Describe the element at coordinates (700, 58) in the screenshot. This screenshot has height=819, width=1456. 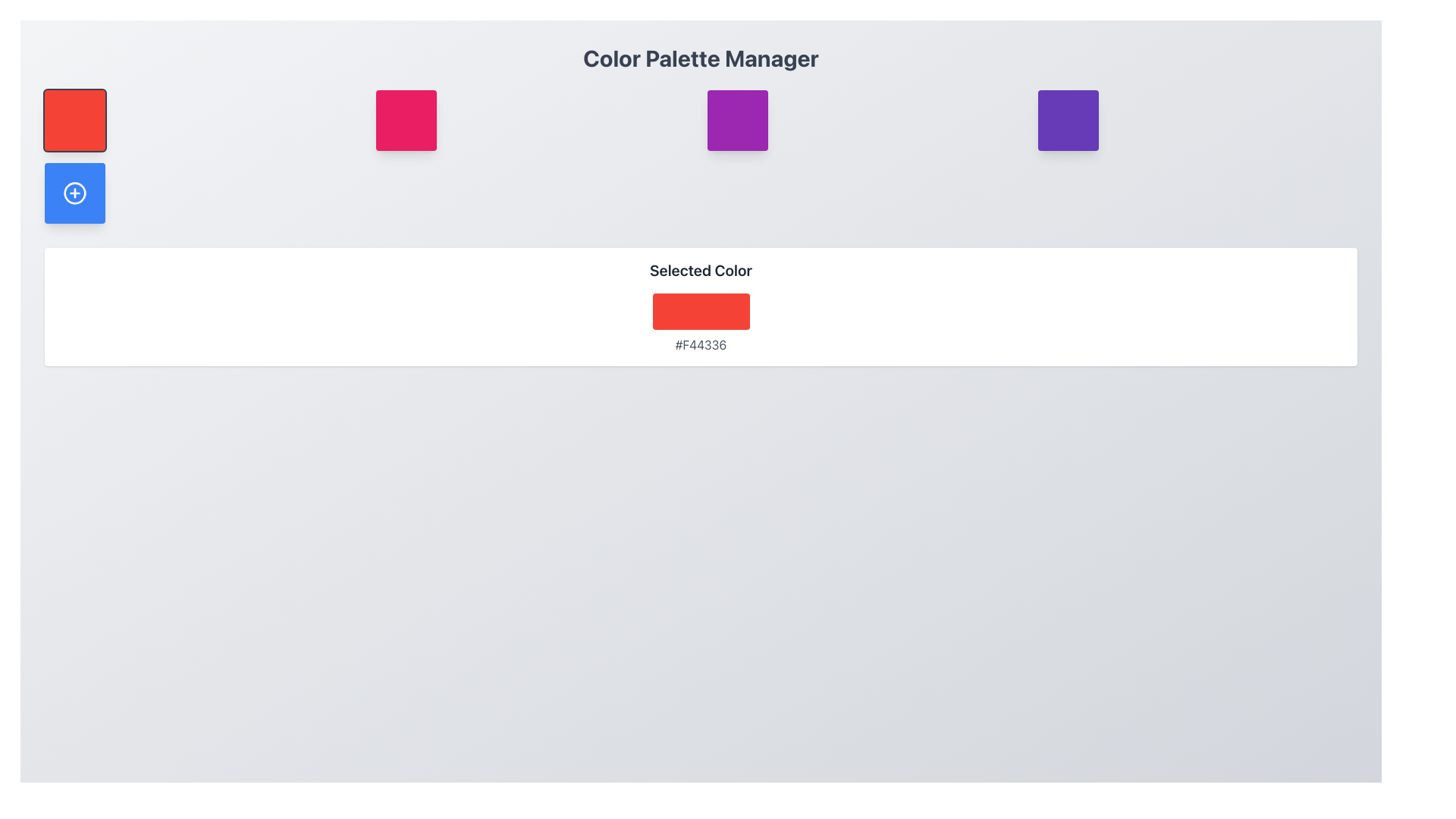
I see `text from the header element that displays 'Color Palette Manager', which is prominently positioned at the top of the interface` at that location.